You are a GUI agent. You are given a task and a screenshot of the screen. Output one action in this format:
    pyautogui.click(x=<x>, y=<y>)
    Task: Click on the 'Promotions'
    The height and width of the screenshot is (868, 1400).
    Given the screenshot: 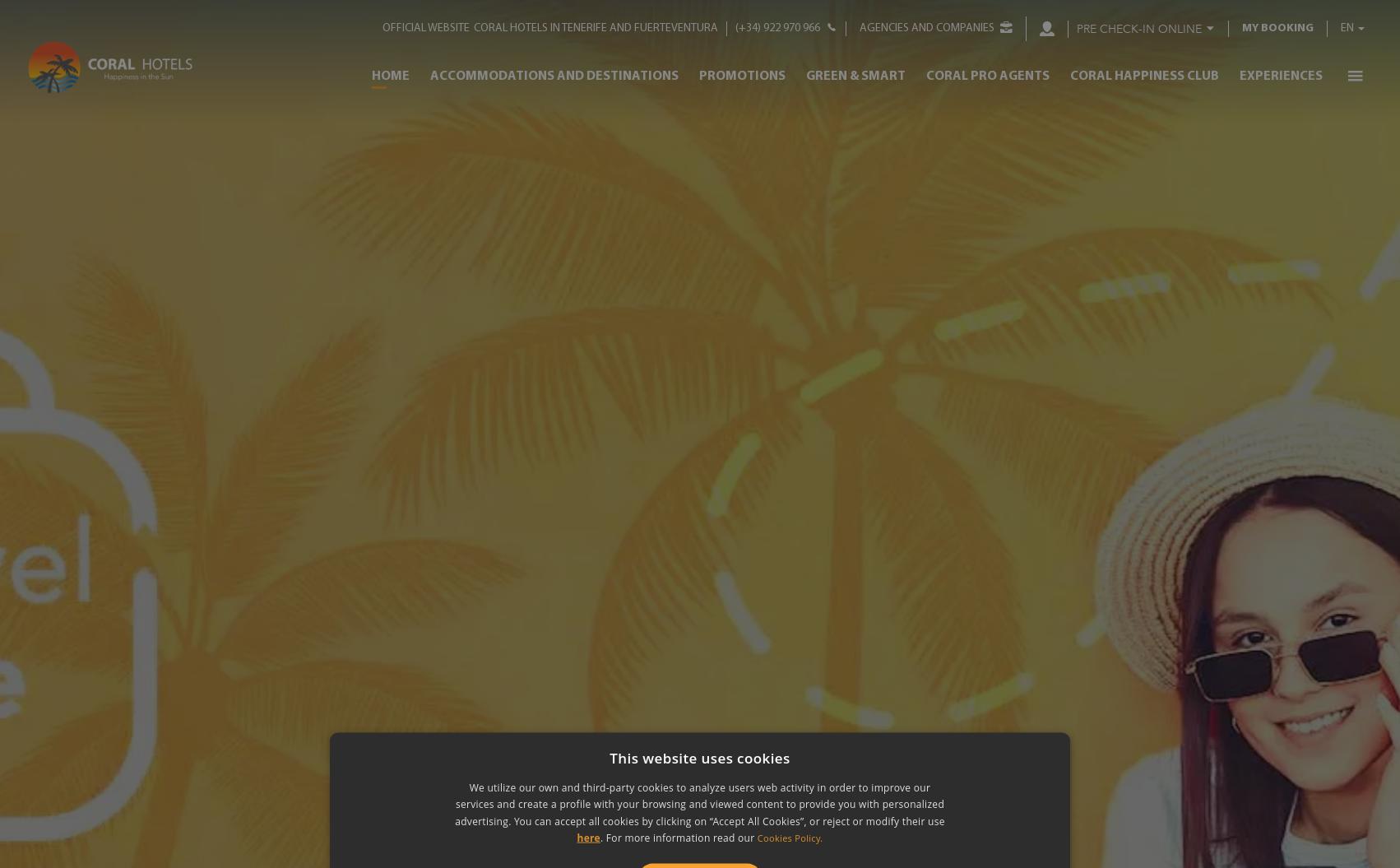 What is the action you would take?
    pyautogui.click(x=741, y=74)
    